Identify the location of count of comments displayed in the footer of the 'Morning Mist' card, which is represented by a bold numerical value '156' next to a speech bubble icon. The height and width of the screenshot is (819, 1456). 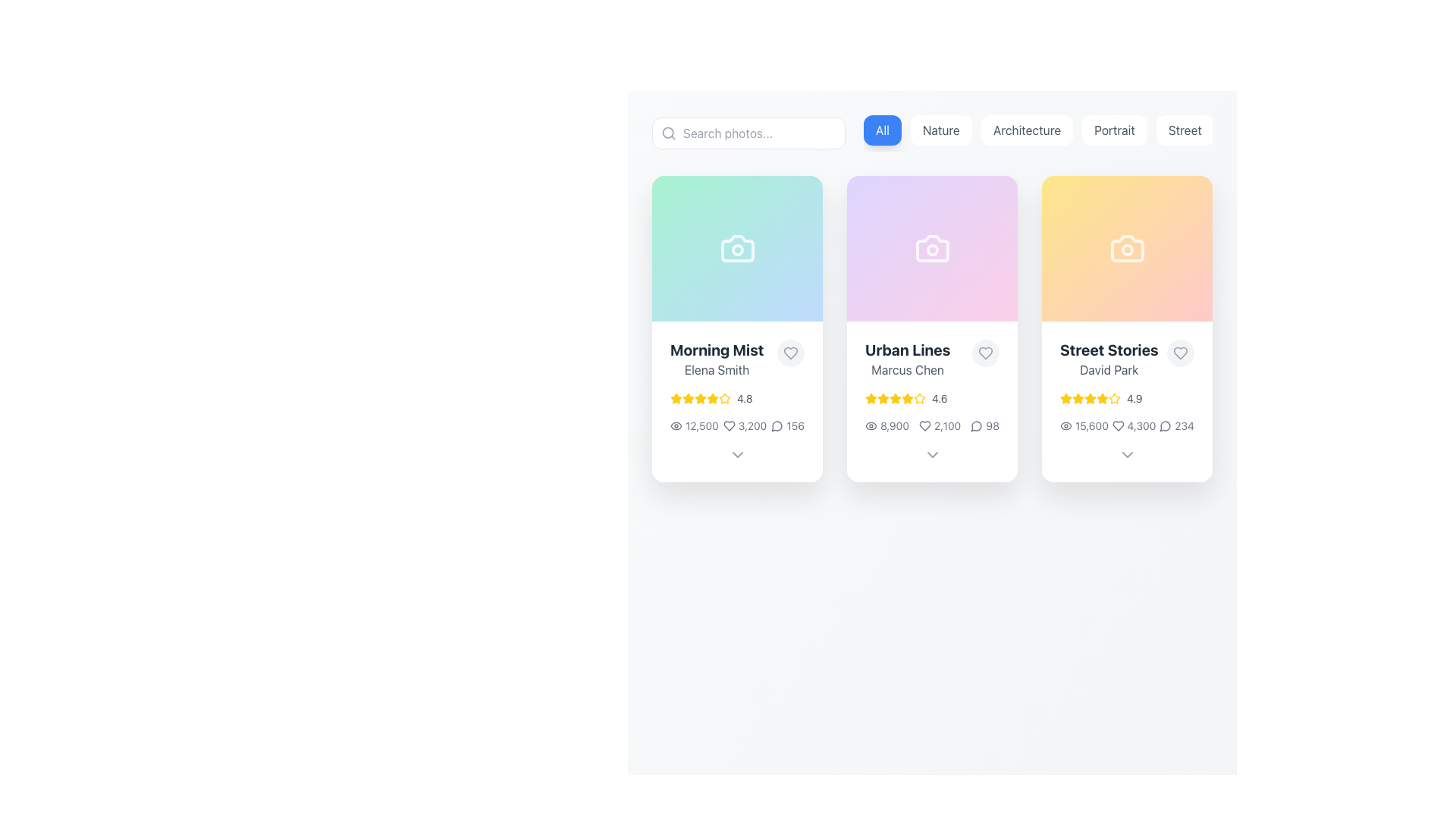
(788, 426).